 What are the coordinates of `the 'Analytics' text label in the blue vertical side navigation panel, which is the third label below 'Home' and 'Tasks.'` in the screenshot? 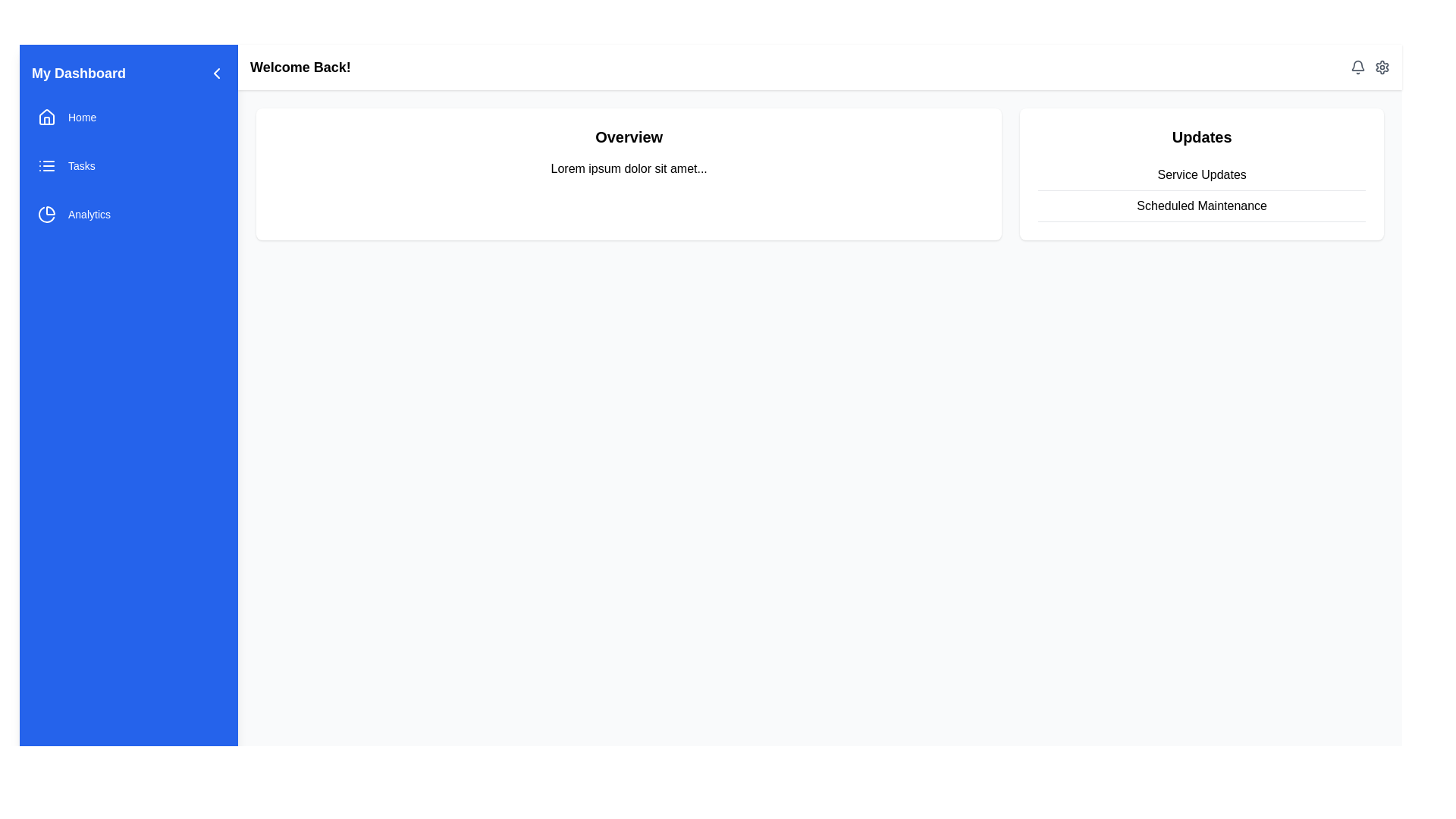 It's located at (89, 214).